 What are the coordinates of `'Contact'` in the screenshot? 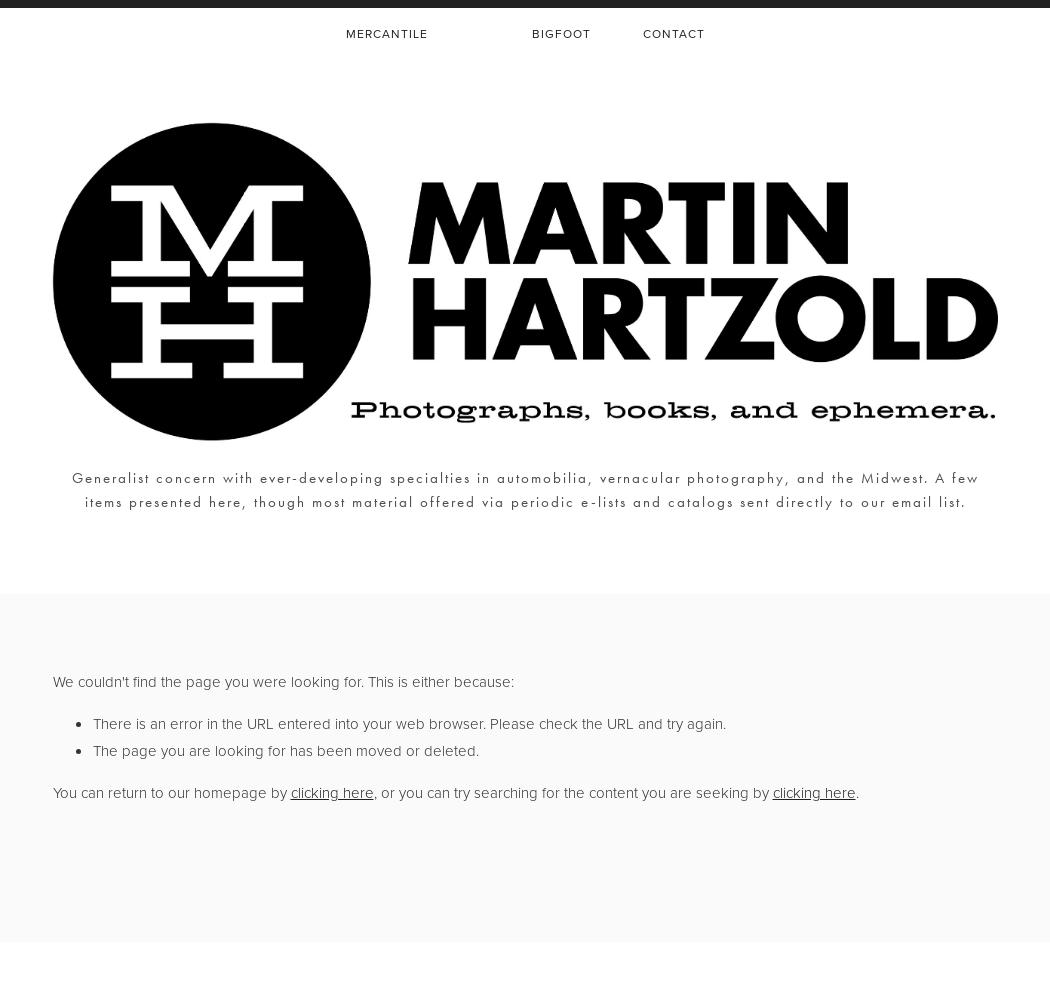 It's located at (672, 34).